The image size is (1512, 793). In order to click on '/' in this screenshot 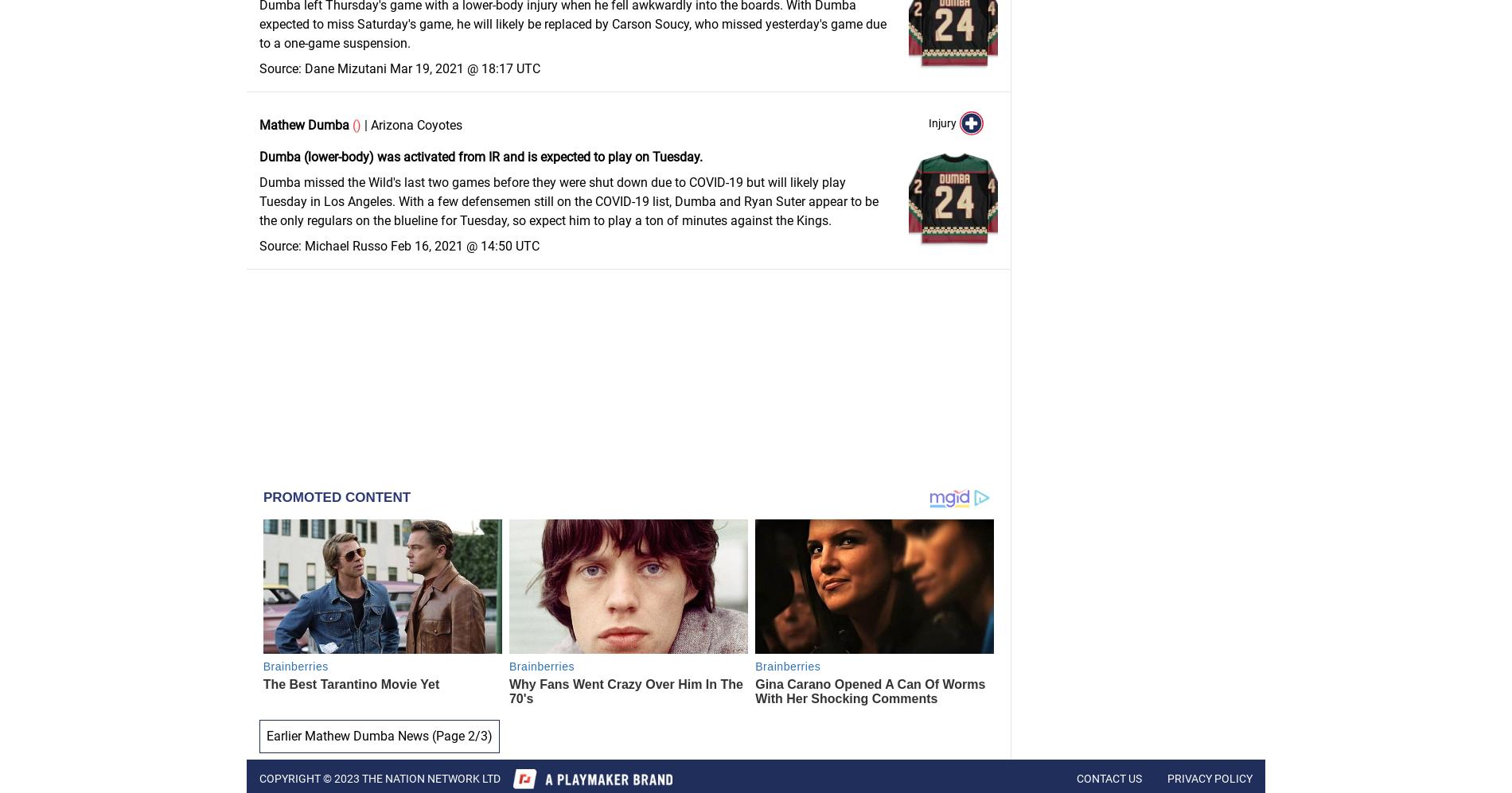, I will do `click(477, 736)`.